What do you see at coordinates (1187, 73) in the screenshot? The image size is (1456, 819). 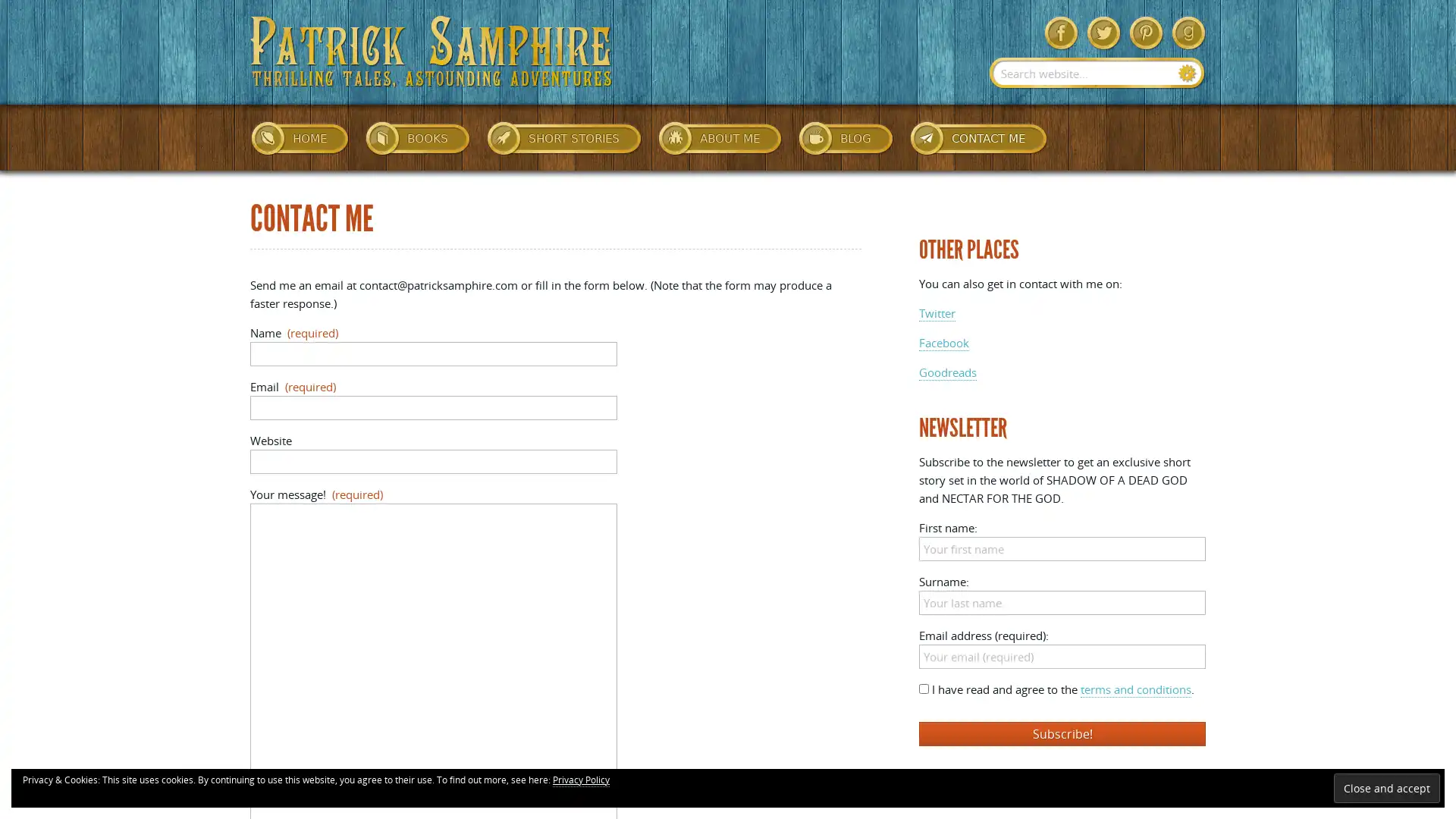 I see `Search` at bounding box center [1187, 73].